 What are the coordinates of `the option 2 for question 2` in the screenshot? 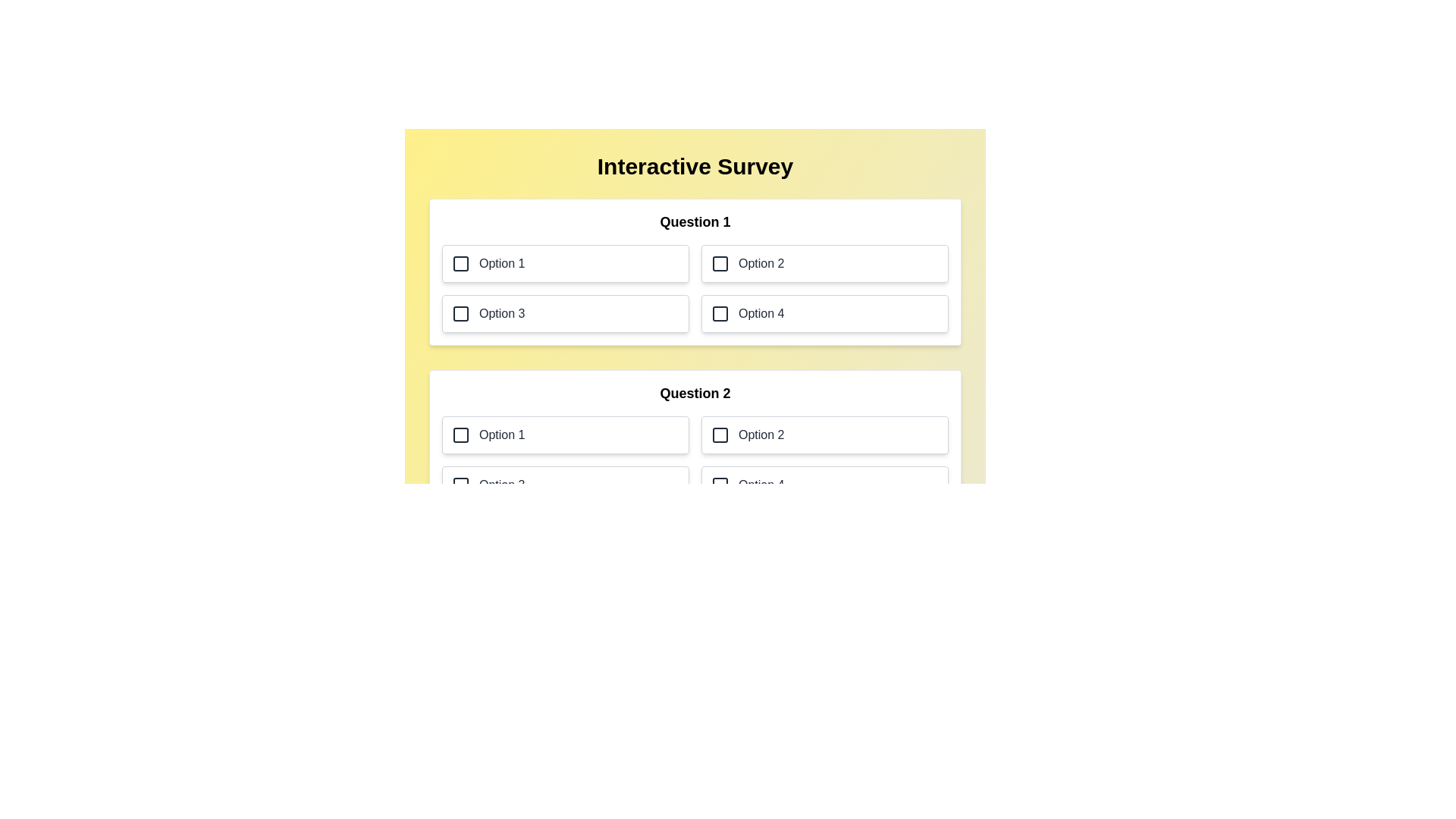 It's located at (824, 435).